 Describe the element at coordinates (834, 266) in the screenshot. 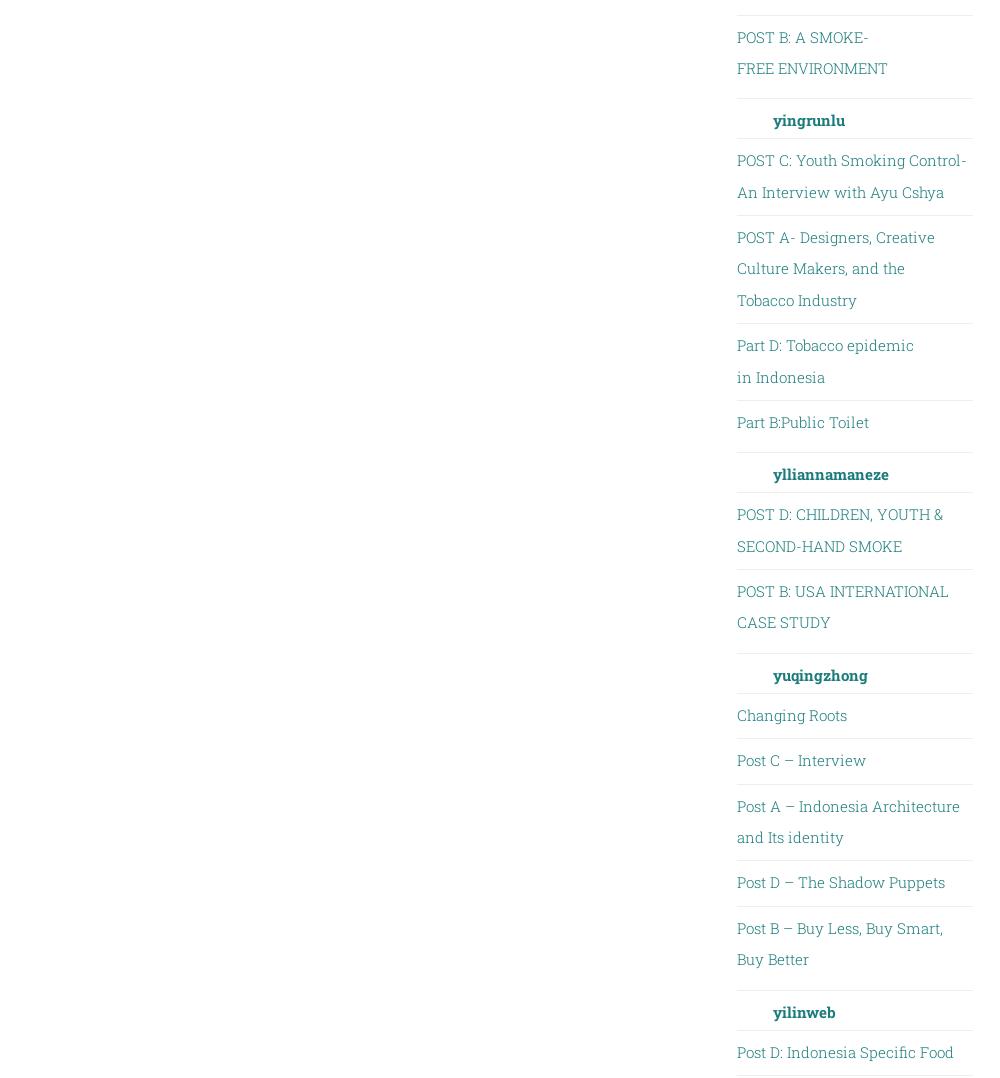

I see `'POST A- Designers, Creative Culture Makers, and the Tobacco Industry'` at that location.